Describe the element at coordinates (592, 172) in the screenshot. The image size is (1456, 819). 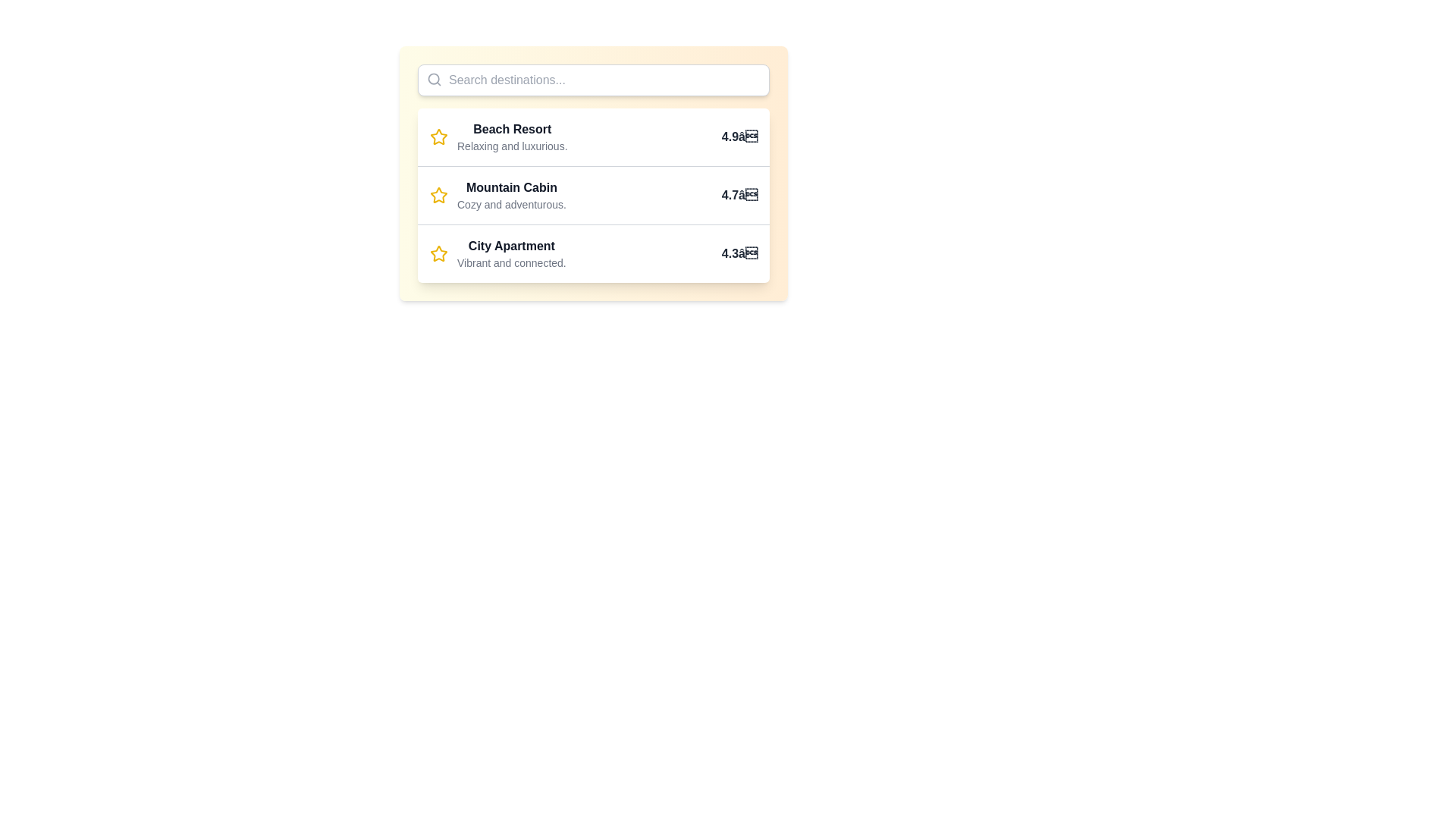
I see `the informational card that presents details about a specific property, positioned as the second item in a vertically arranged list of three cards, for more details` at that location.